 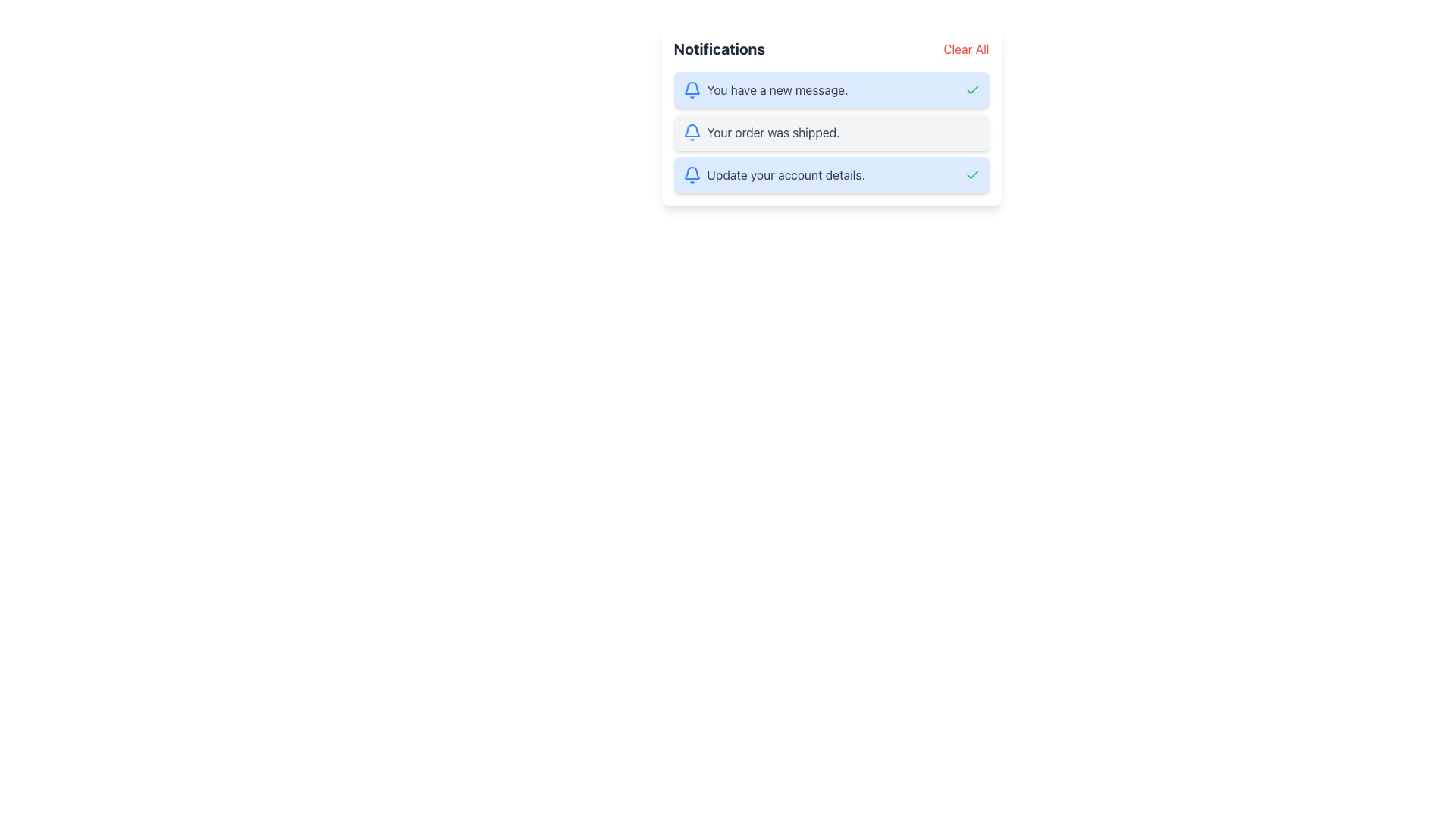 What do you see at coordinates (972, 174) in the screenshot?
I see `the confirmation icon located at the far-right end of the third notification item that contains the text 'Update your account details.' to mark it as completed` at bounding box center [972, 174].